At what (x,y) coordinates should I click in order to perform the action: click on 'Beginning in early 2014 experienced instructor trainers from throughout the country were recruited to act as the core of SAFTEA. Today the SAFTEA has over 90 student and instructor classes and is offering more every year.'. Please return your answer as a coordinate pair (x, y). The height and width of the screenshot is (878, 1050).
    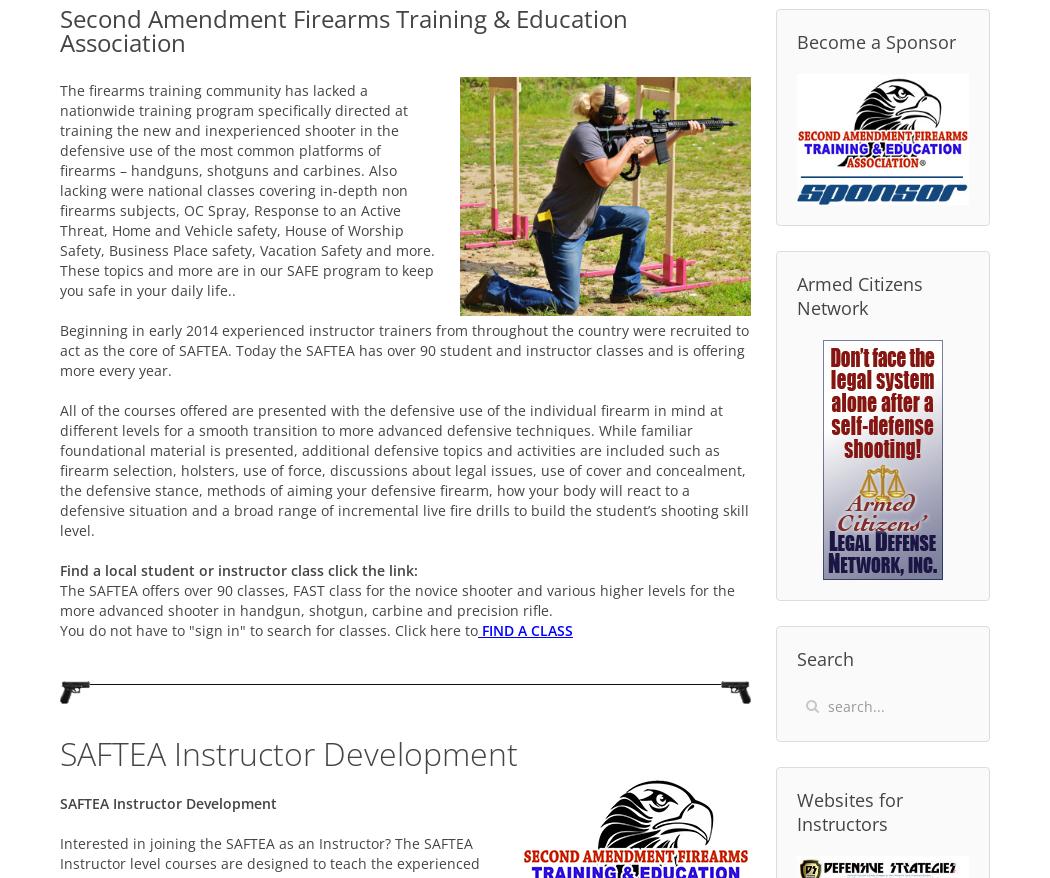
    Looking at the image, I should click on (58, 349).